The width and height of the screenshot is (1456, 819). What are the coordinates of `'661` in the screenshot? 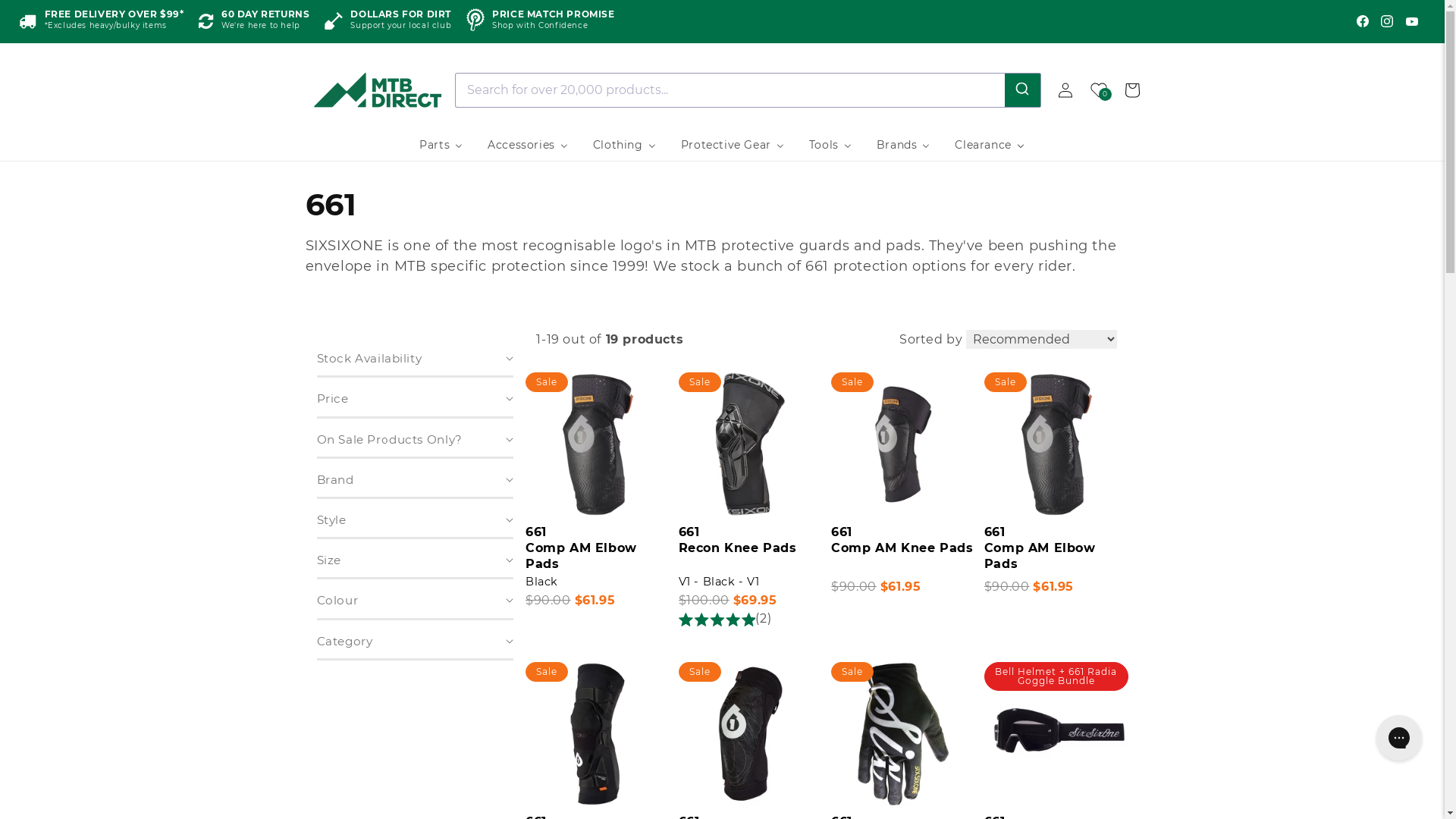 It's located at (902, 548).